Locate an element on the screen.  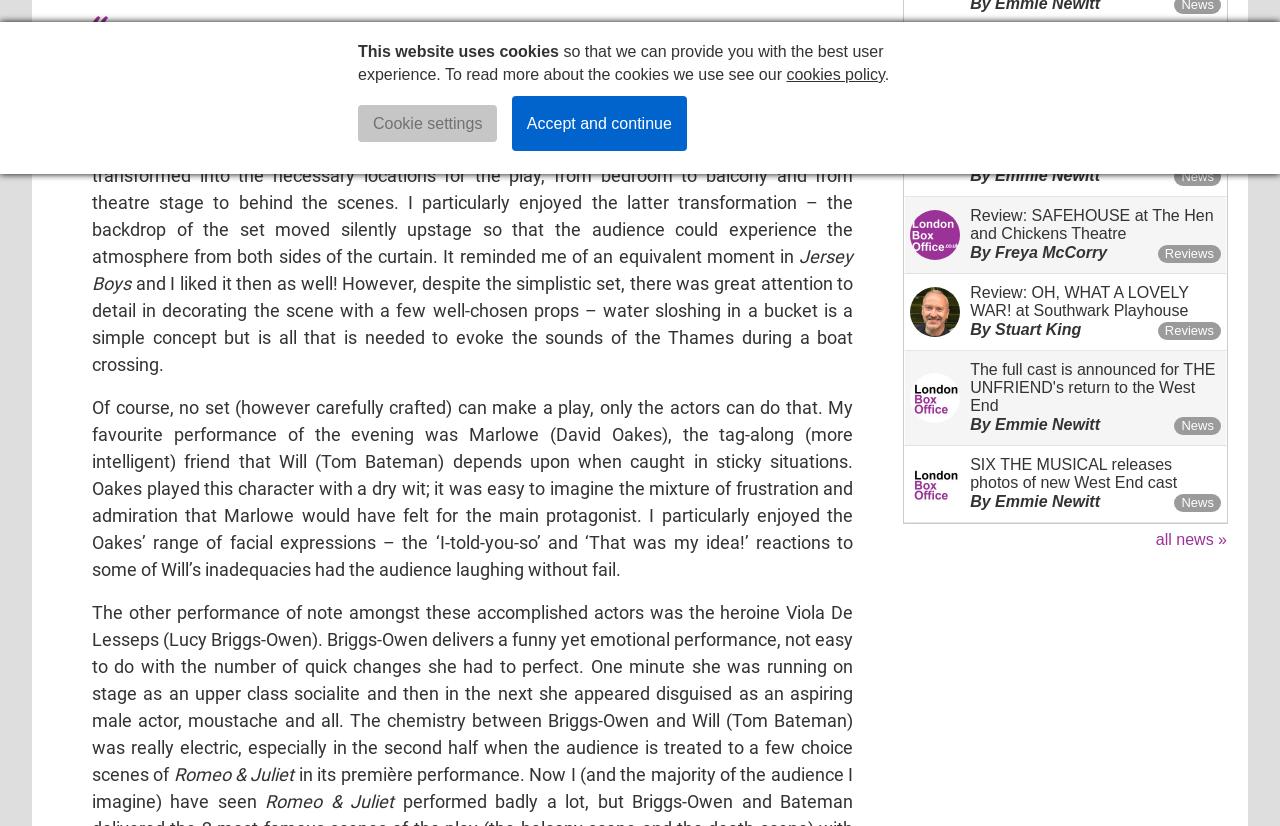
'SIX THE MUSICAL releases photos of new West End cast' is located at coordinates (1072, 472).